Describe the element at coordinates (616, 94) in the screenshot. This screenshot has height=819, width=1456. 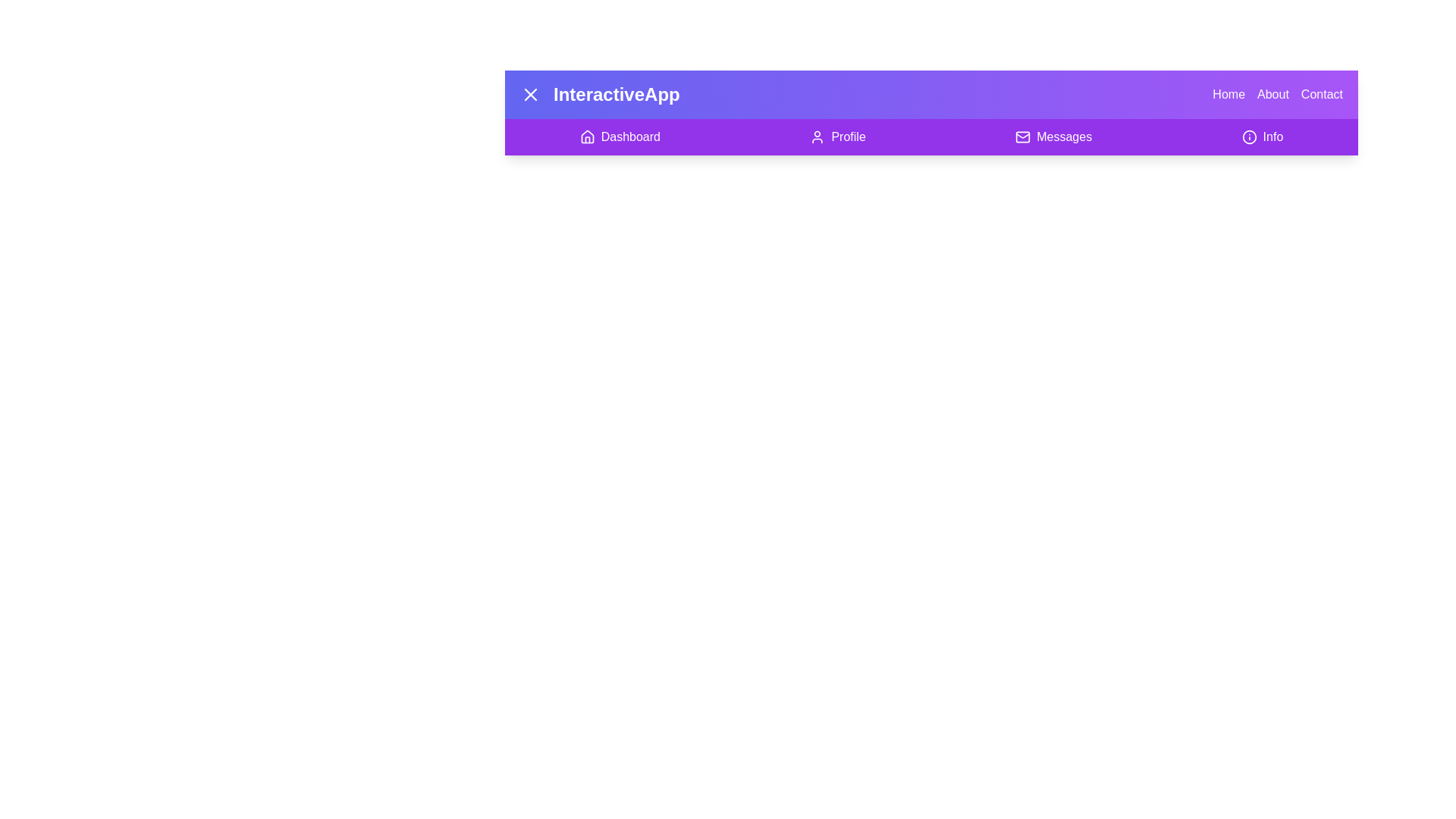
I see `the title text 'InteractiveApp' to interact with the app name` at that location.